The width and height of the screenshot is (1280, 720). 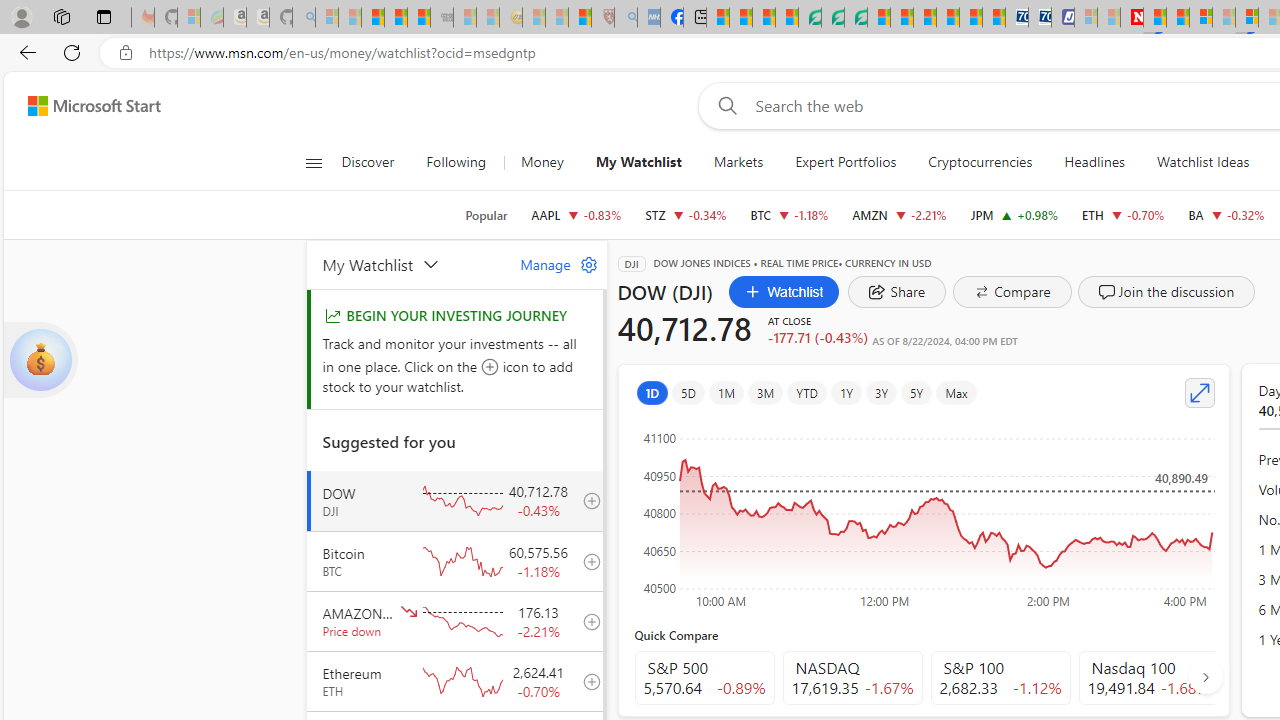 What do you see at coordinates (312, 162) in the screenshot?
I see `'Class: button-glyph'` at bounding box center [312, 162].